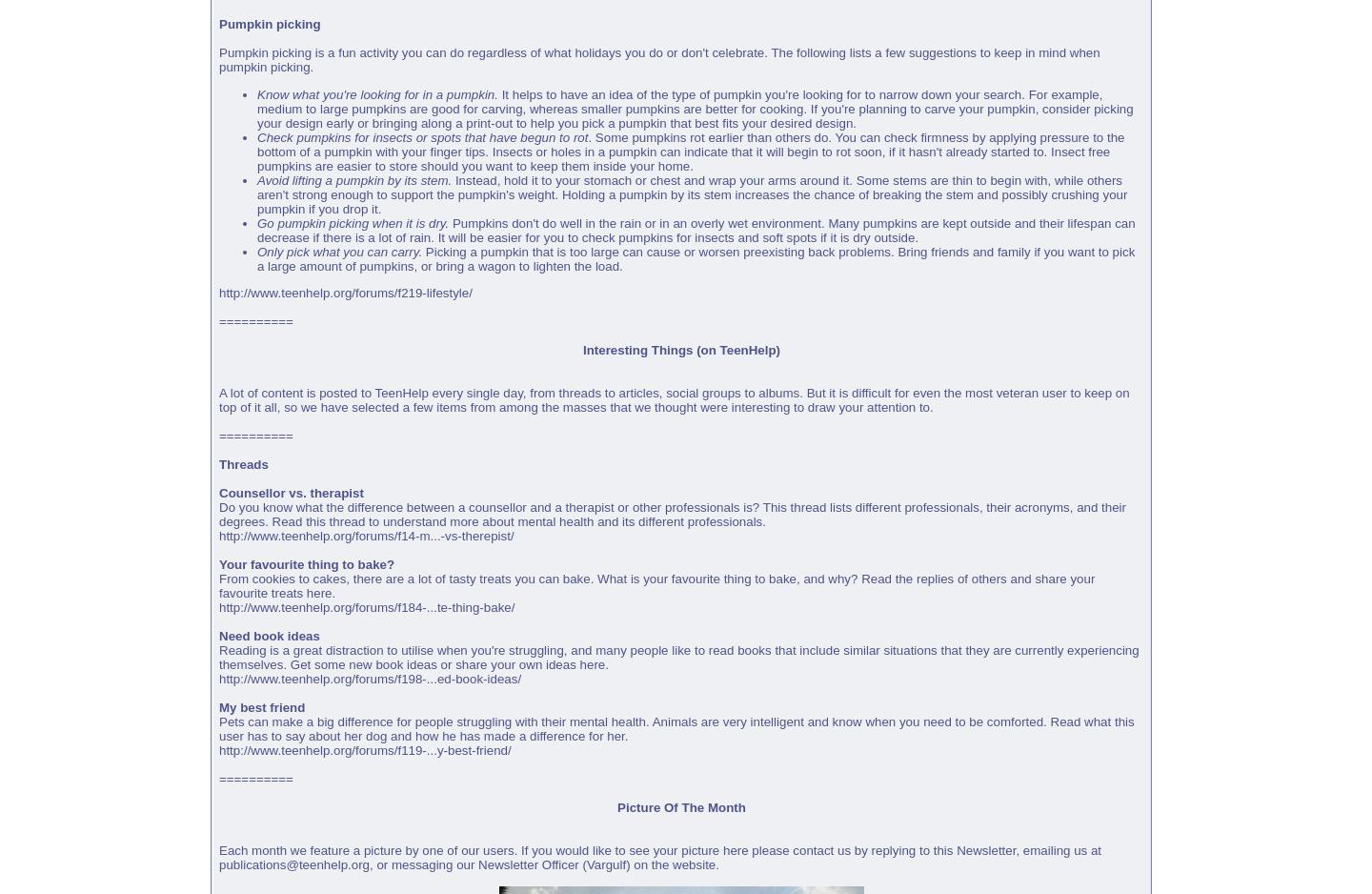  I want to click on 'Pumpkin picking is a fun activity you can do regardless of what holidays you do or don't celebrate. The following lists a few suggestions to keep in mind when pumpkin picking.', so click(218, 59).